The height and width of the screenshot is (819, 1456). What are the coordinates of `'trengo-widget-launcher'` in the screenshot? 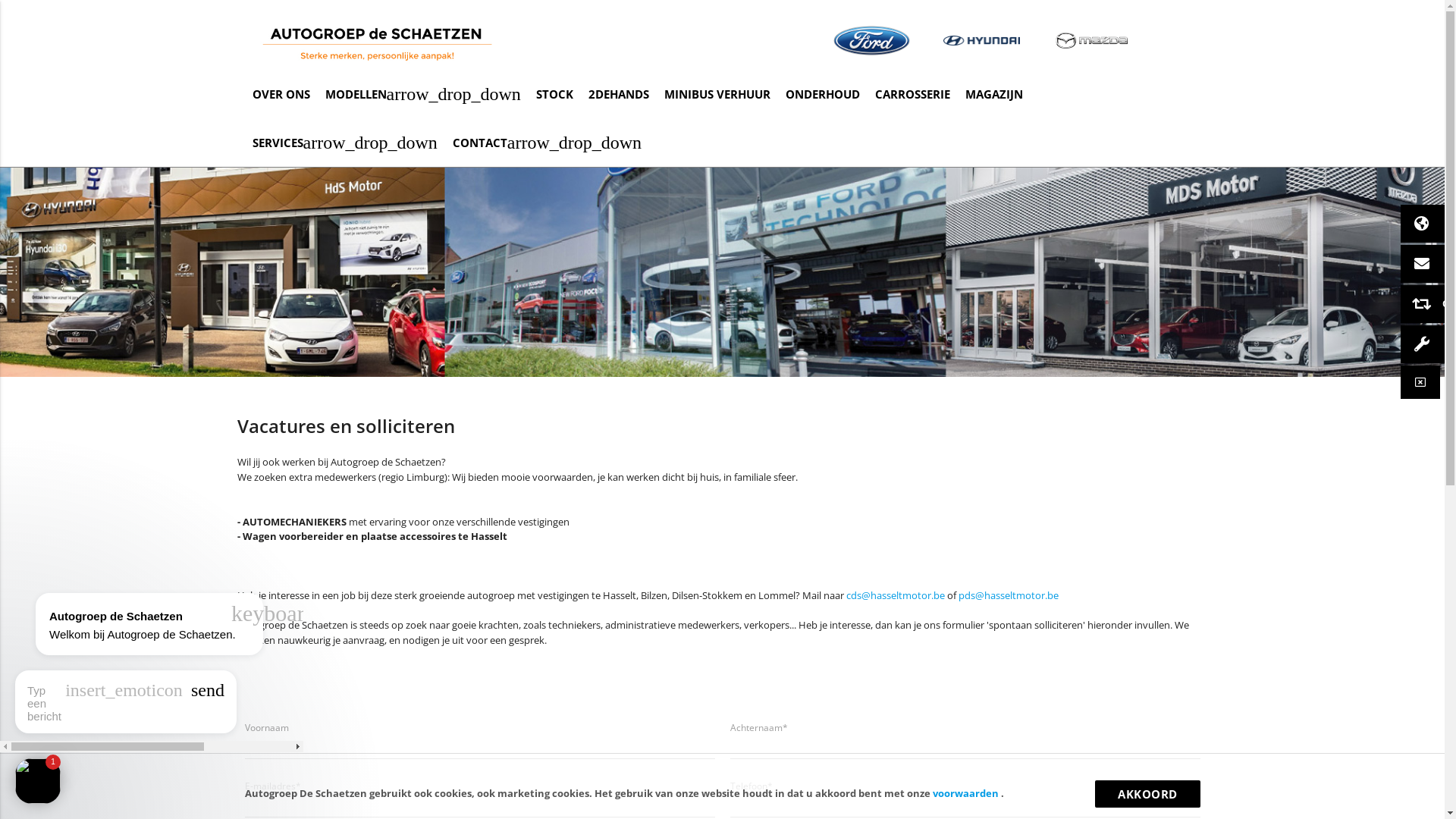 It's located at (37, 780).